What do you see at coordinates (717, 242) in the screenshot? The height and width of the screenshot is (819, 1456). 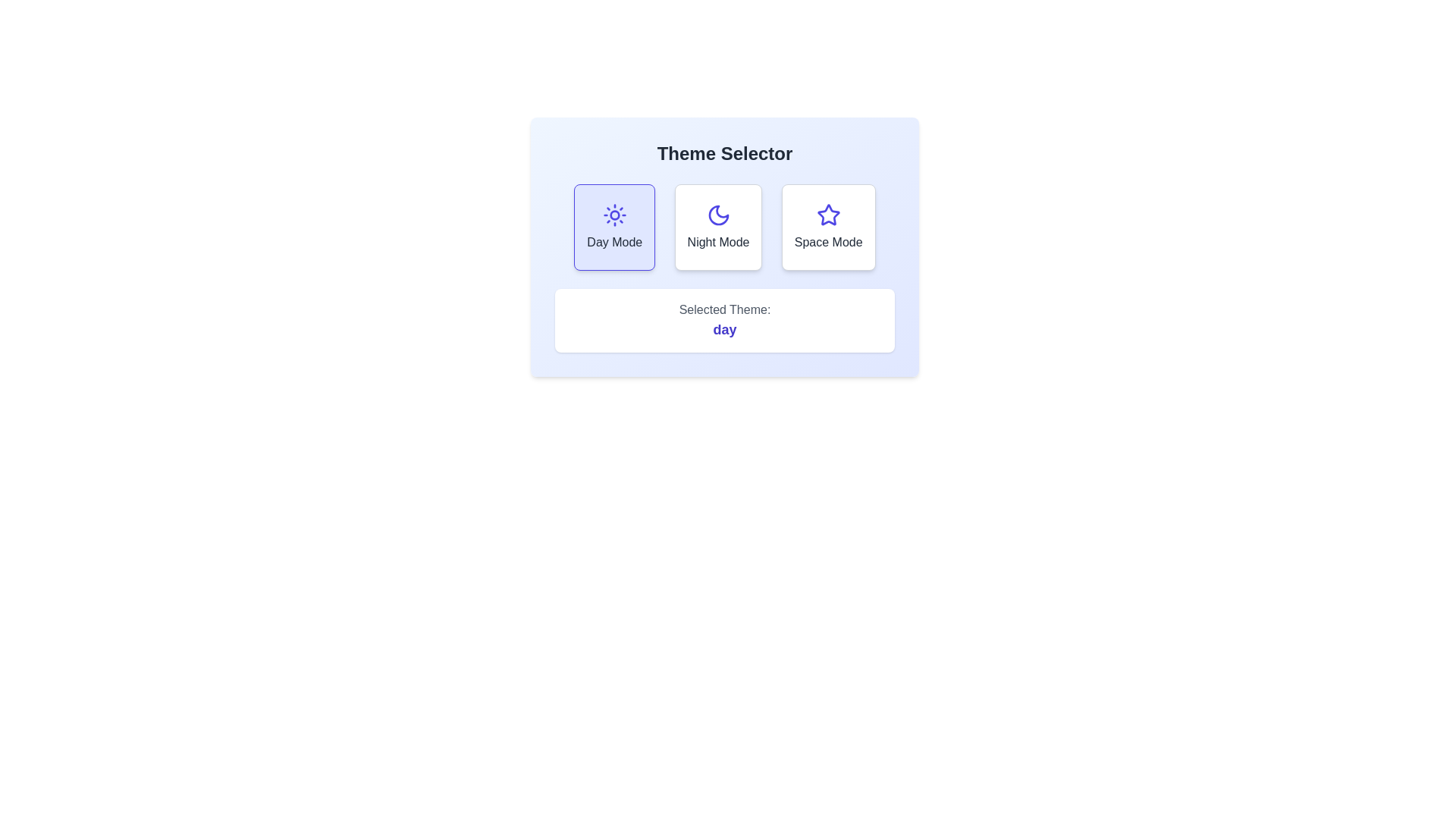 I see `text label 'Night Mode' which is styled in gray color and medium font weight, located in the 'Theme Selector' section of the UI, beneath a moon icon` at bounding box center [717, 242].